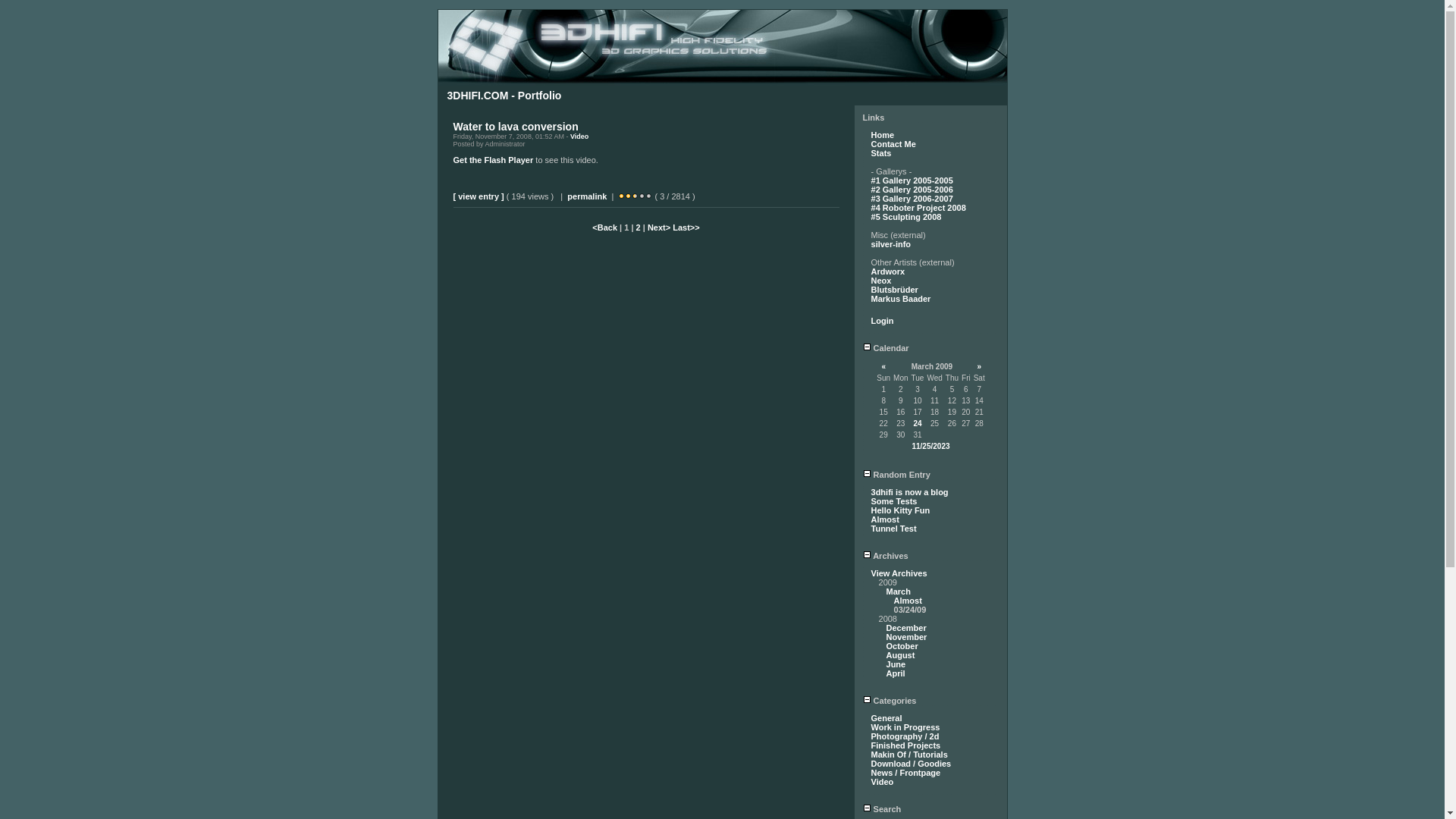  What do you see at coordinates (910, 491) in the screenshot?
I see `'3dhifi is now a blog'` at bounding box center [910, 491].